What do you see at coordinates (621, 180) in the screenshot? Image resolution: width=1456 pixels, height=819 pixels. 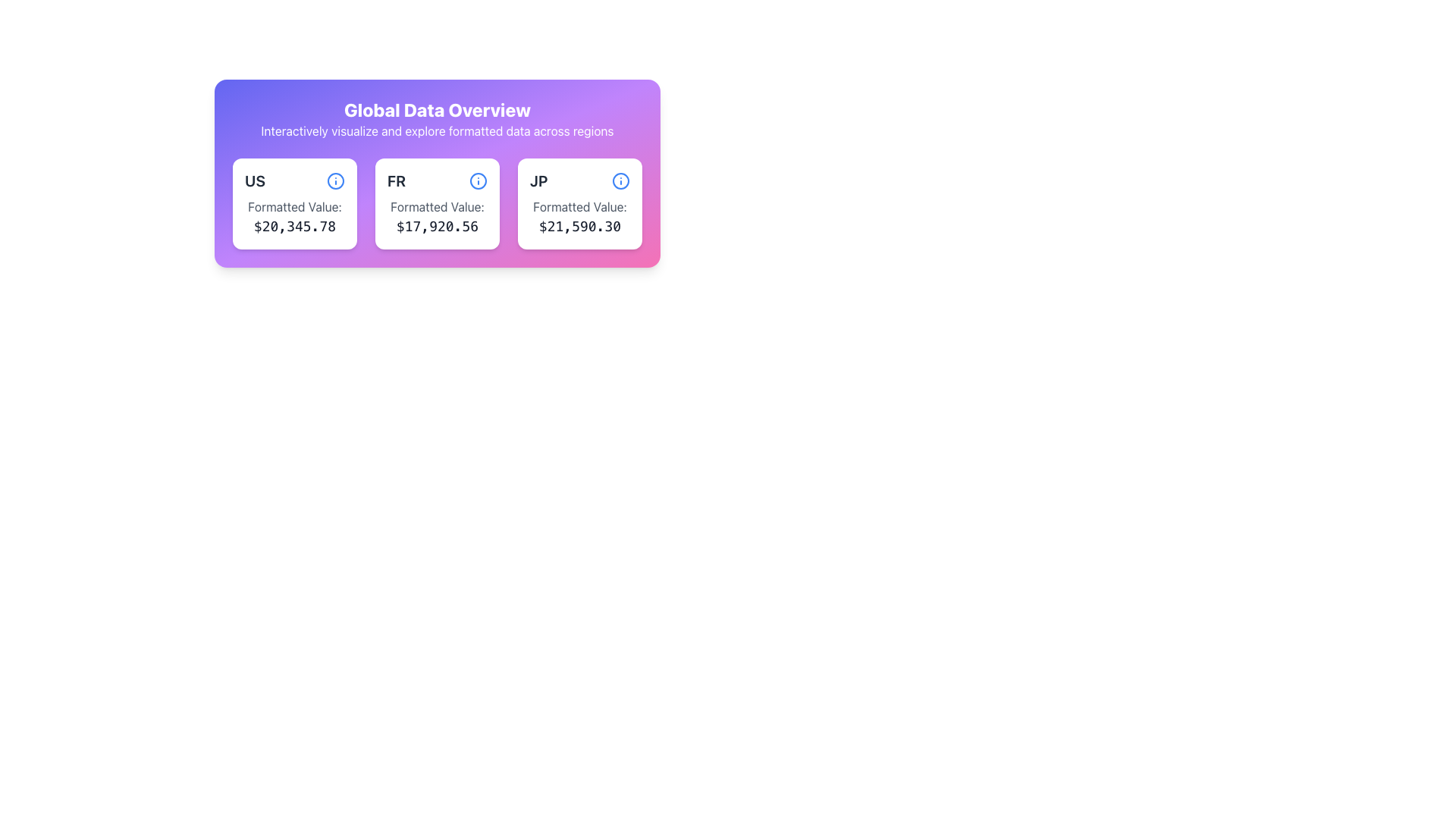 I see `the blue circular information icon with an outlined 'i' in the center, located to the right of the label 'JP' and above the value '$21,590.30'` at bounding box center [621, 180].